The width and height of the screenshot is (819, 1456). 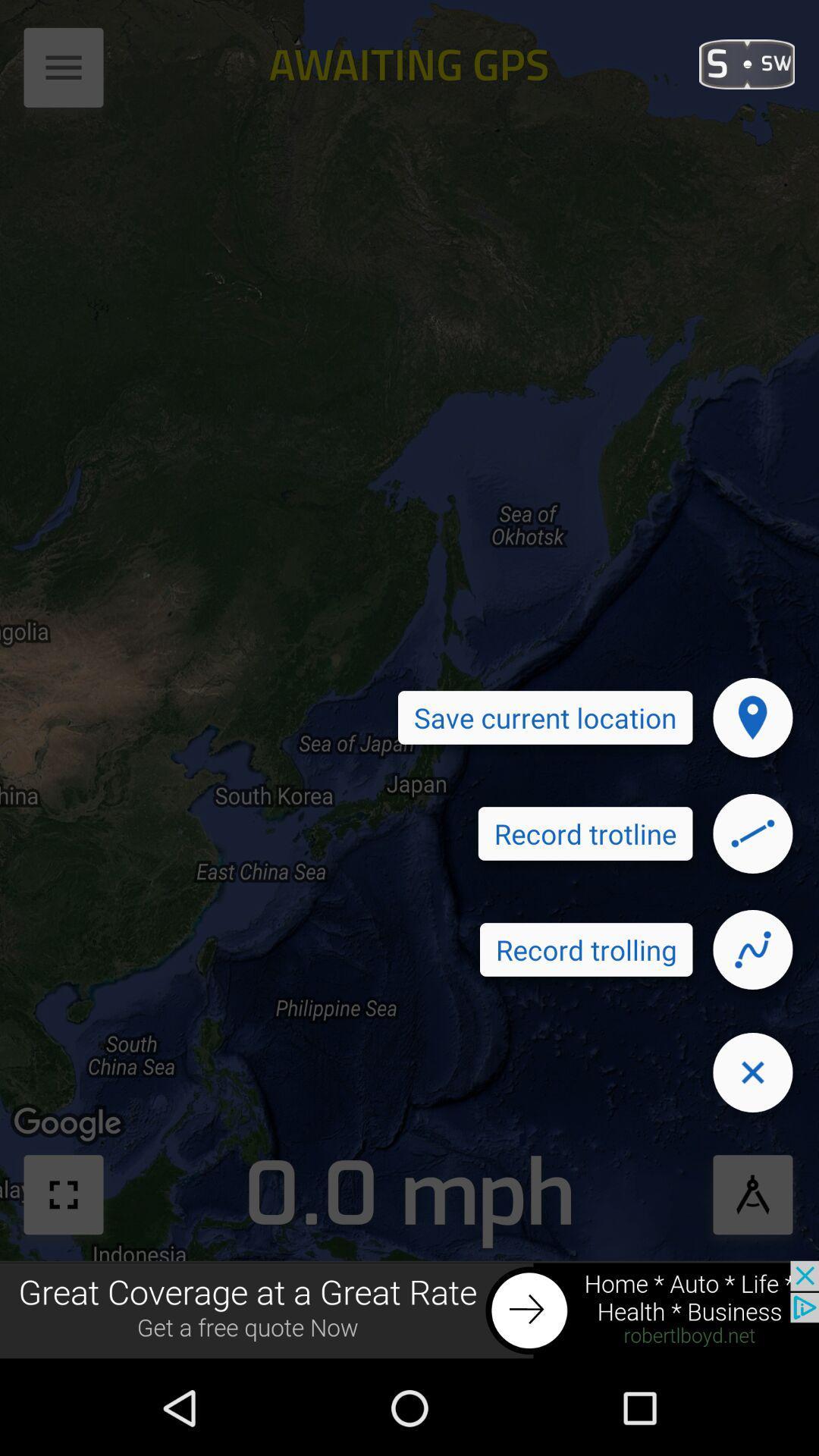 What do you see at coordinates (752, 717) in the screenshot?
I see `the icon next to save current location` at bounding box center [752, 717].